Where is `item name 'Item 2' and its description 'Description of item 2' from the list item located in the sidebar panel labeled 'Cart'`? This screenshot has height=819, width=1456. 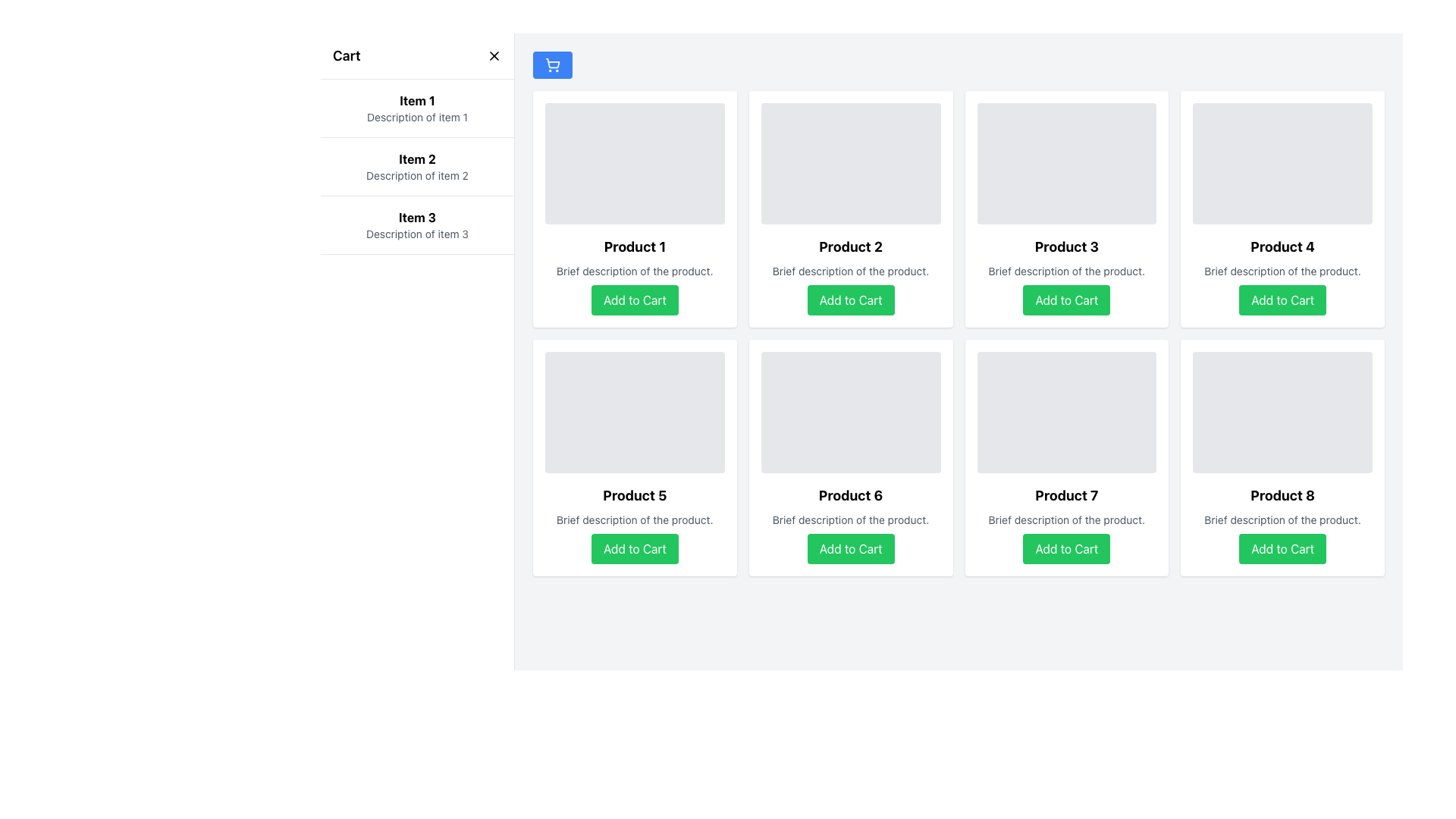 item name 'Item 2' and its description 'Description of item 2' from the list item located in the sidebar panel labeled 'Cart' is located at coordinates (417, 167).